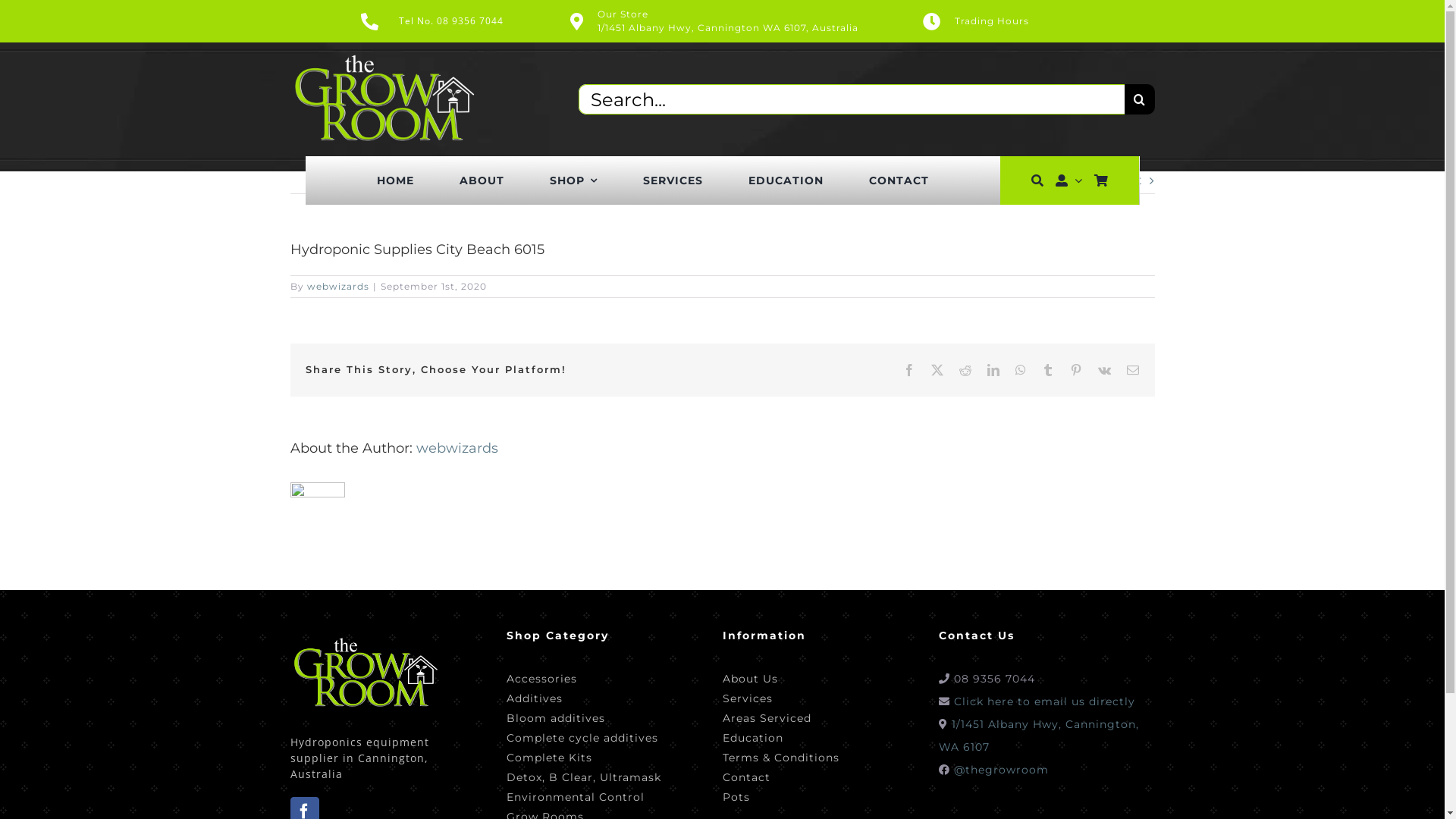 The height and width of the screenshot is (819, 1456). What do you see at coordinates (780, 755) in the screenshot?
I see `'Terms & Conditions'` at bounding box center [780, 755].